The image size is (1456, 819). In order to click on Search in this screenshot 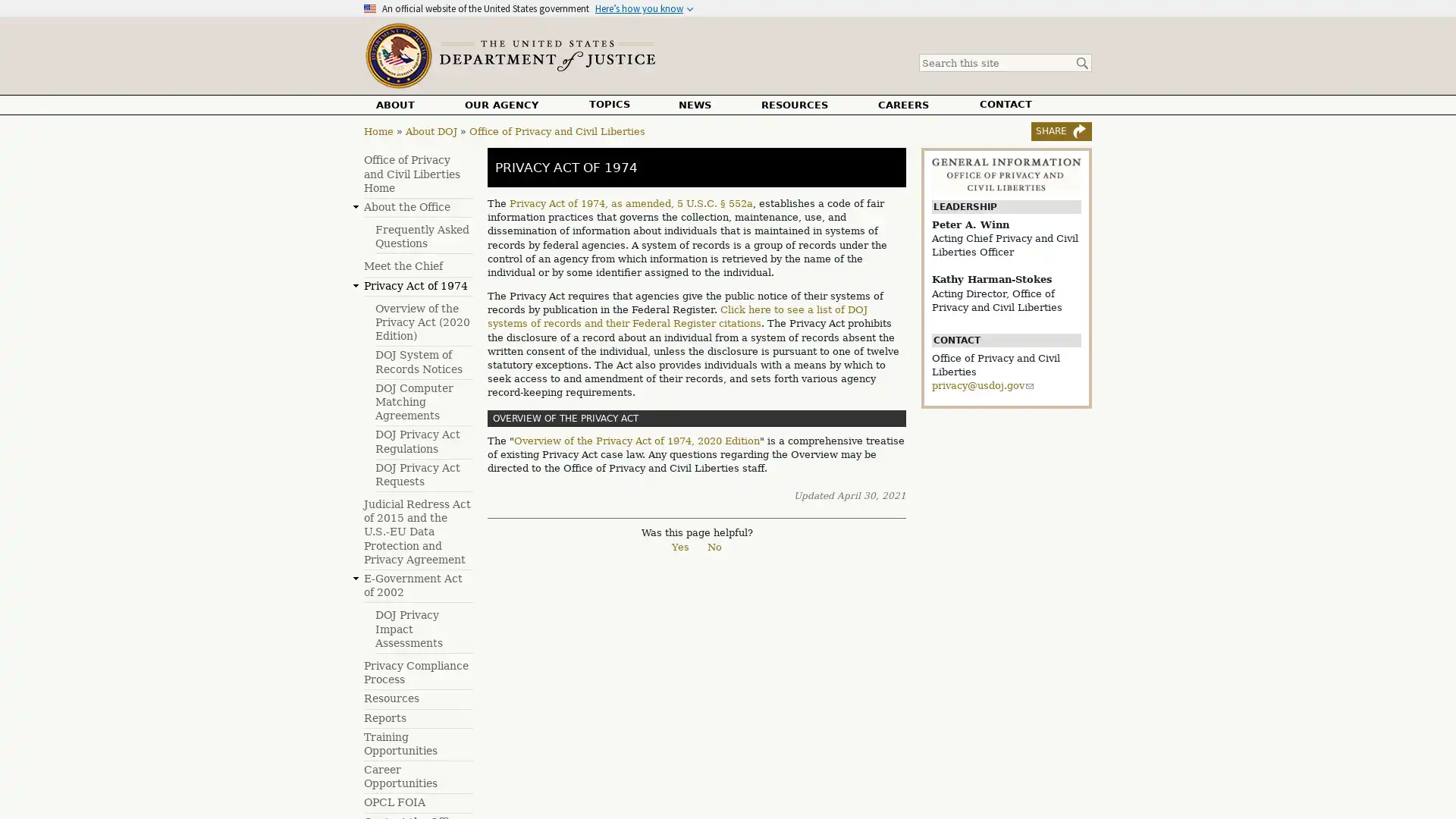, I will do `click(1081, 63)`.